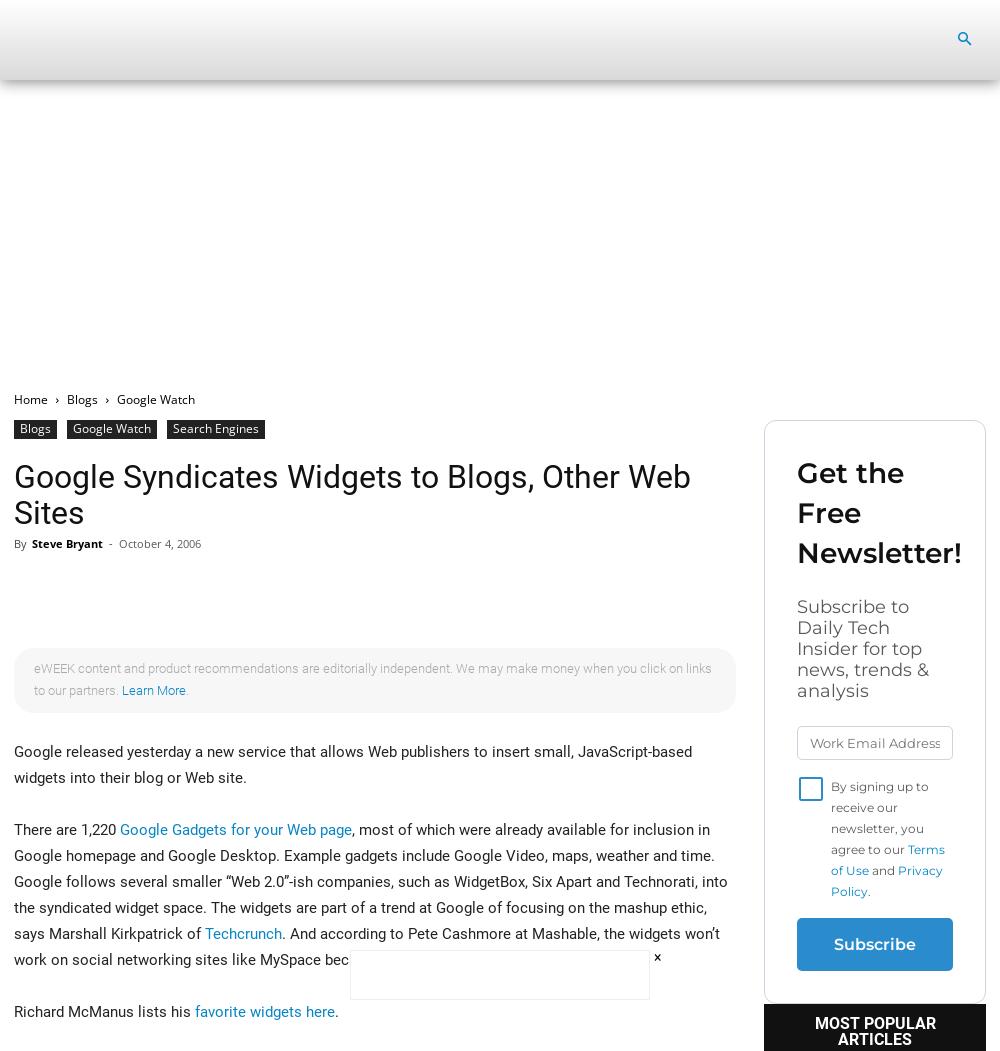 Image resolution: width=1000 pixels, height=1051 pixels. What do you see at coordinates (235, 829) in the screenshot?
I see `'Google Gadgets for your Web page'` at bounding box center [235, 829].